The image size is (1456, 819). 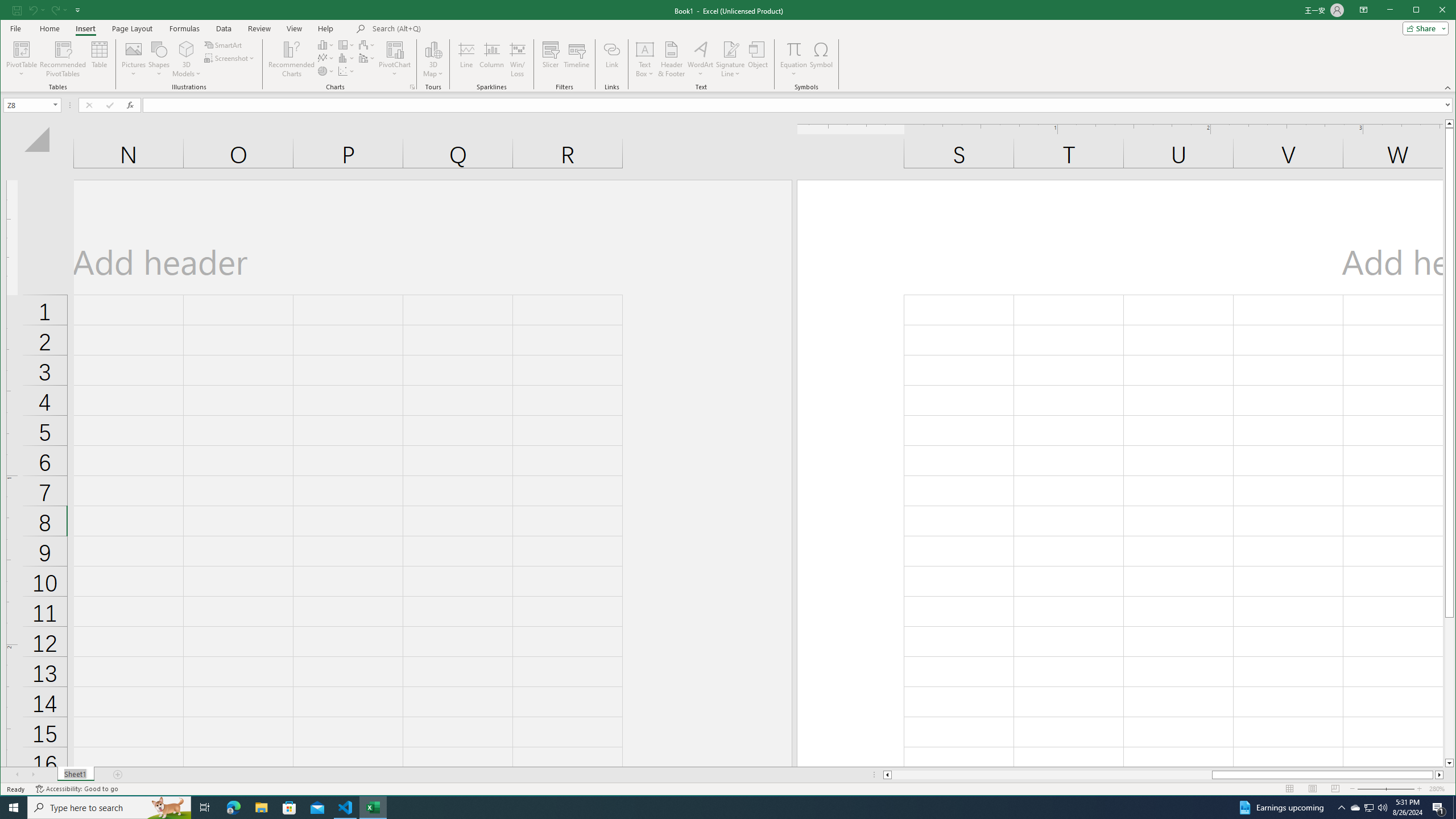 I want to click on 'Action Center, 1 new notification', so click(x=1439, y=806).